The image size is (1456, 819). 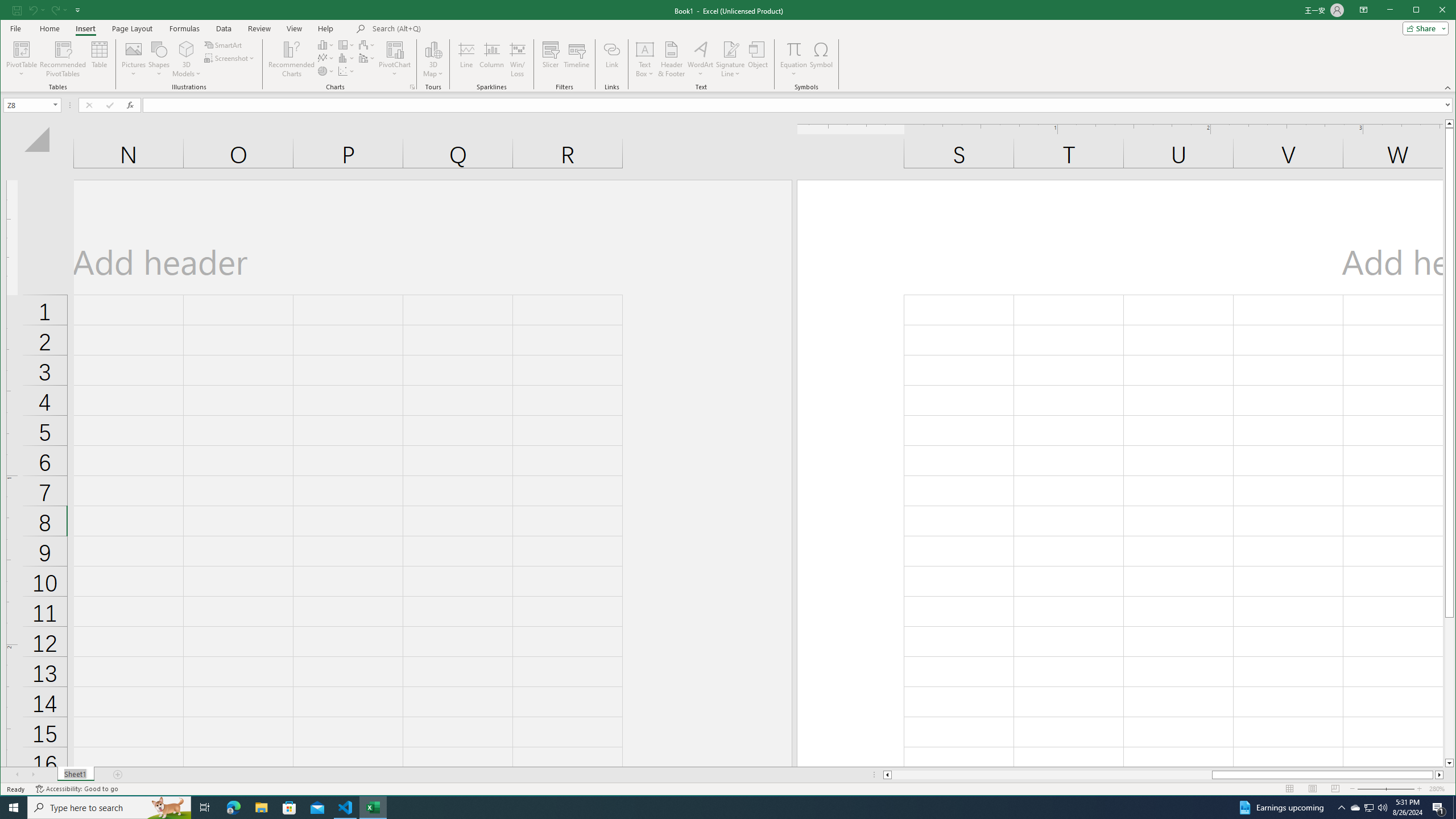 I want to click on 'Action Center, 1 new notification', so click(x=1439, y=806).